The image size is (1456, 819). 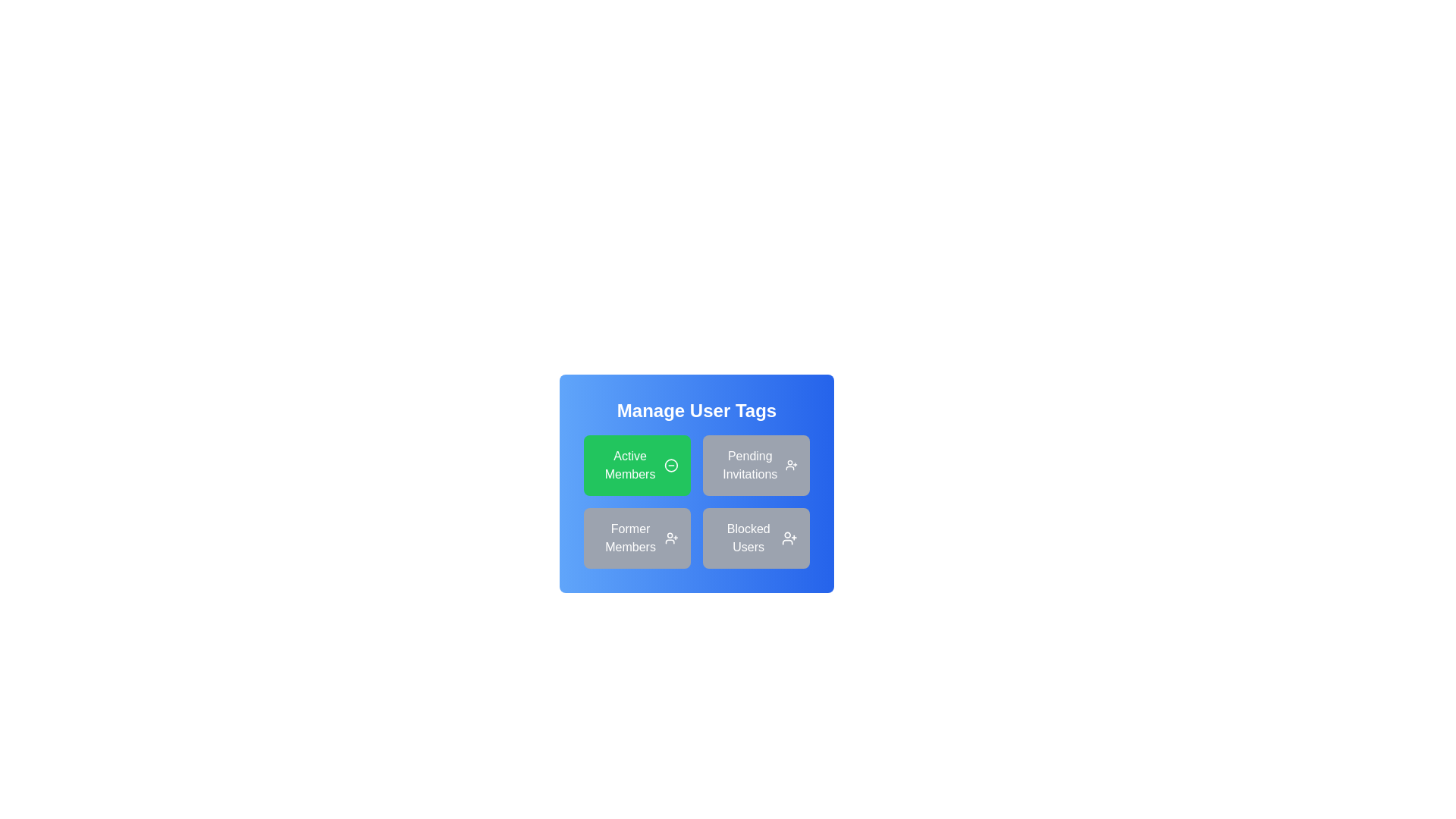 What do you see at coordinates (750, 464) in the screenshot?
I see `the 'Pending Invitations' label, which is styled with a light-gray background and is located in the top-right quadrant of a 2x2 grid layout, adjacent to 'Active Members' on its left and above 'Blocked Users'` at bounding box center [750, 464].